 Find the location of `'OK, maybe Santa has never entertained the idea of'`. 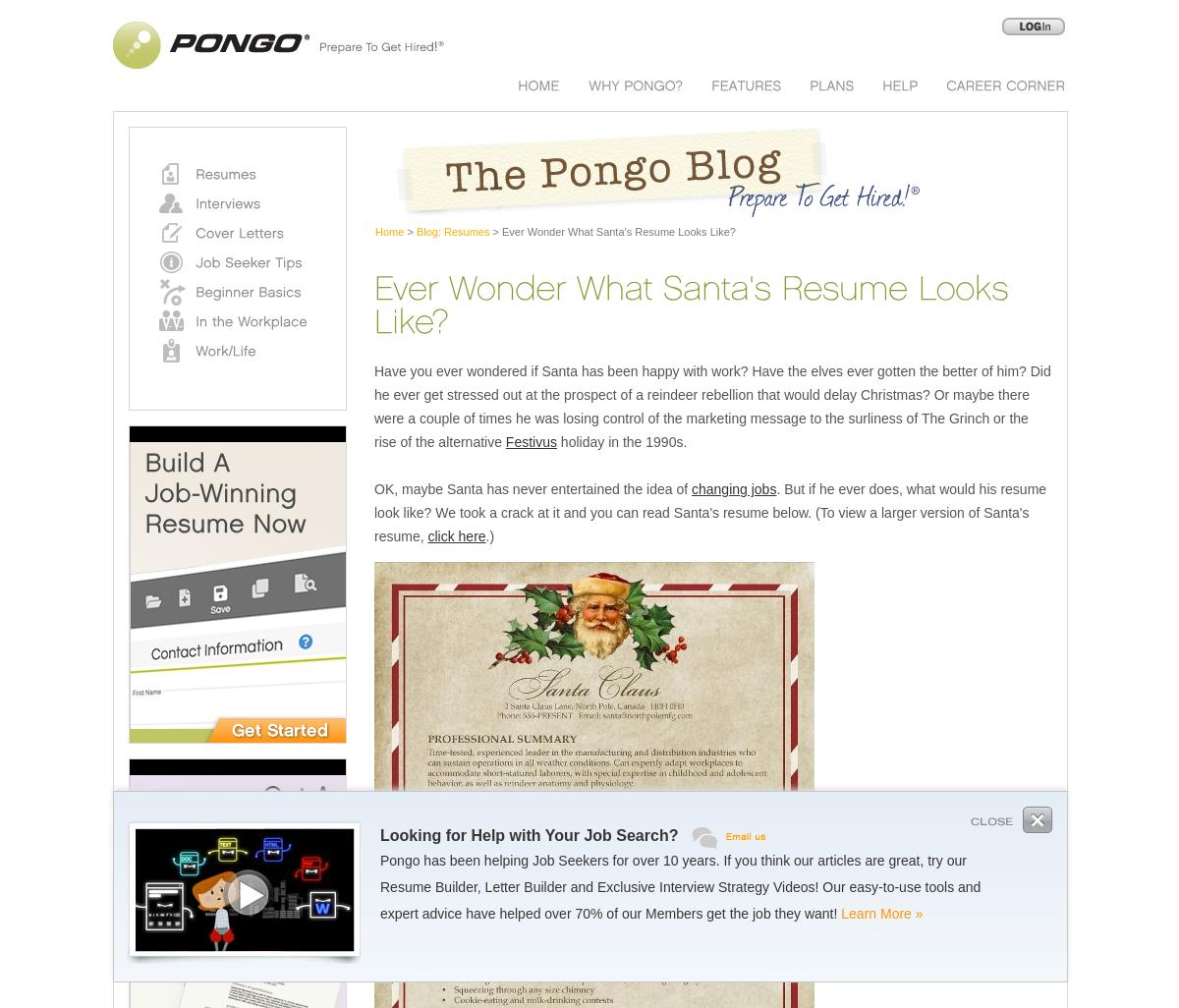

'OK, maybe Santa has never entertained the idea of' is located at coordinates (374, 488).